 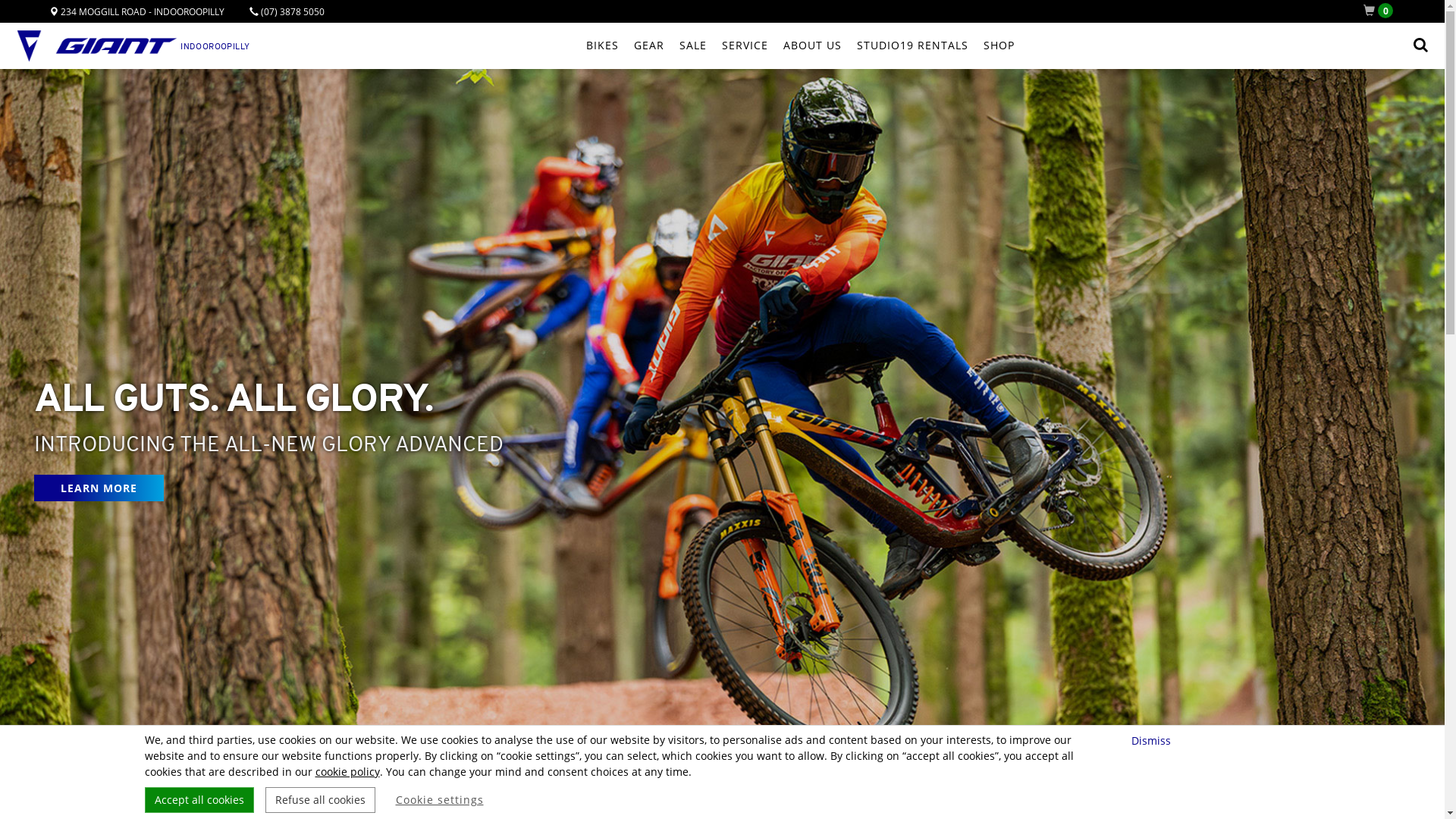 I want to click on 'GEAR', so click(x=648, y=45).